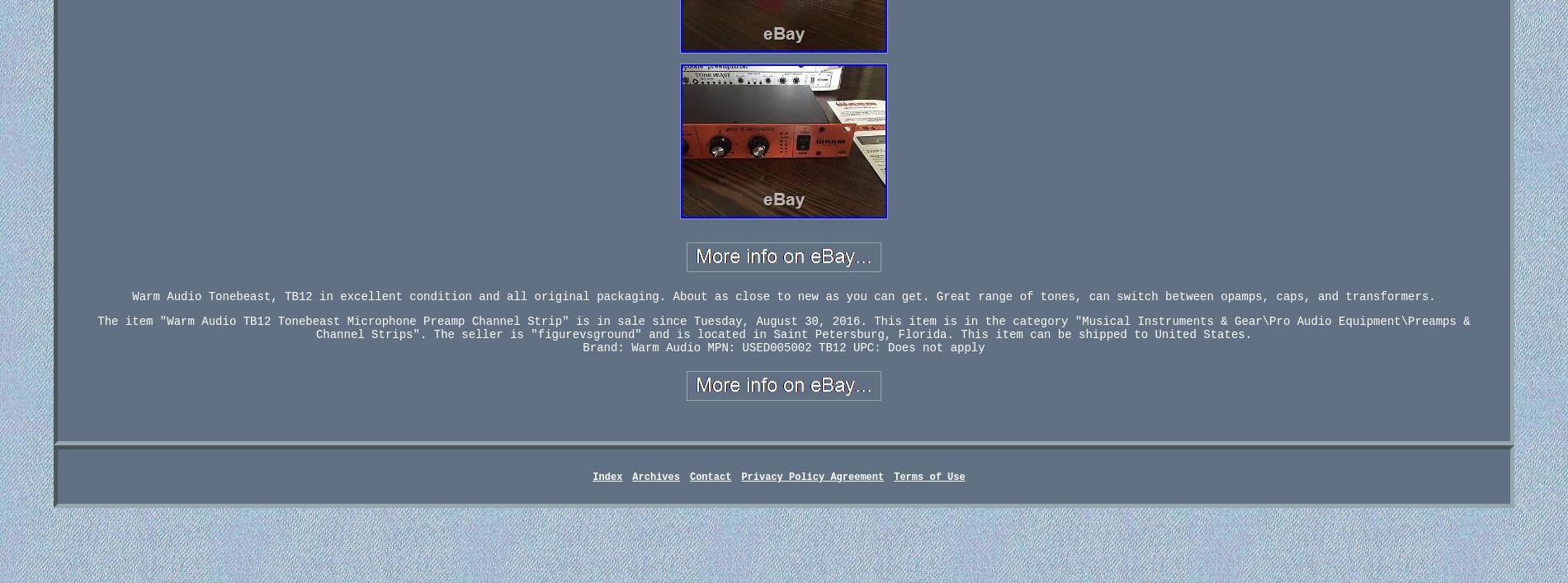 This screenshot has height=583, width=1568. What do you see at coordinates (776, 347) in the screenshot?
I see `'MPN: USED005002 TB12'` at bounding box center [776, 347].